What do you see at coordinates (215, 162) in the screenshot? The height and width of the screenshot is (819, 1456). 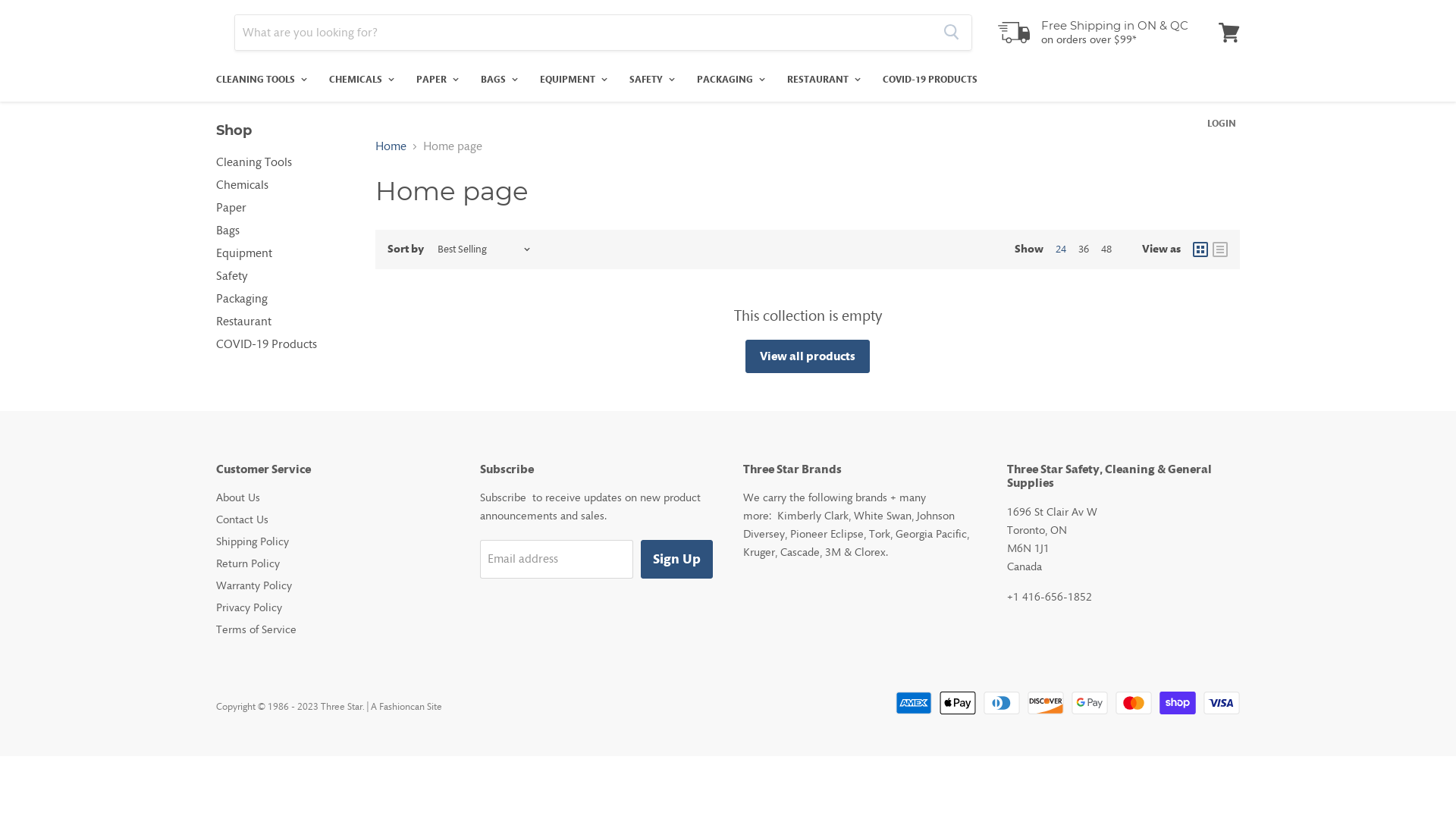 I see `'Cleaning Tools'` at bounding box center [215, 162].